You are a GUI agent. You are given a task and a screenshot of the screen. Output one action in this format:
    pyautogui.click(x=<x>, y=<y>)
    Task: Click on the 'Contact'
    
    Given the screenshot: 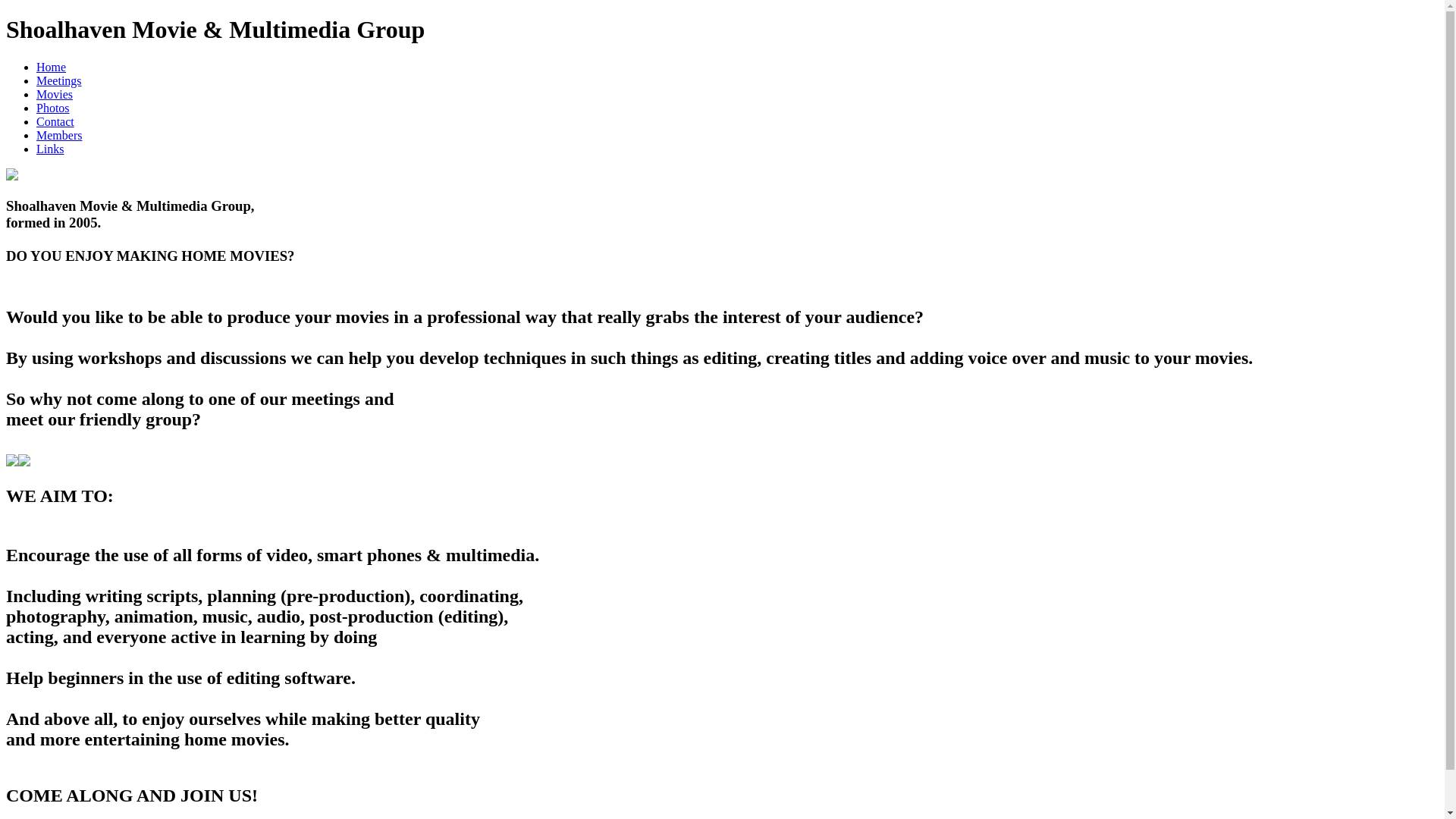 What is the action you would take?
    pyautogui.click(x=55, y=121)
    